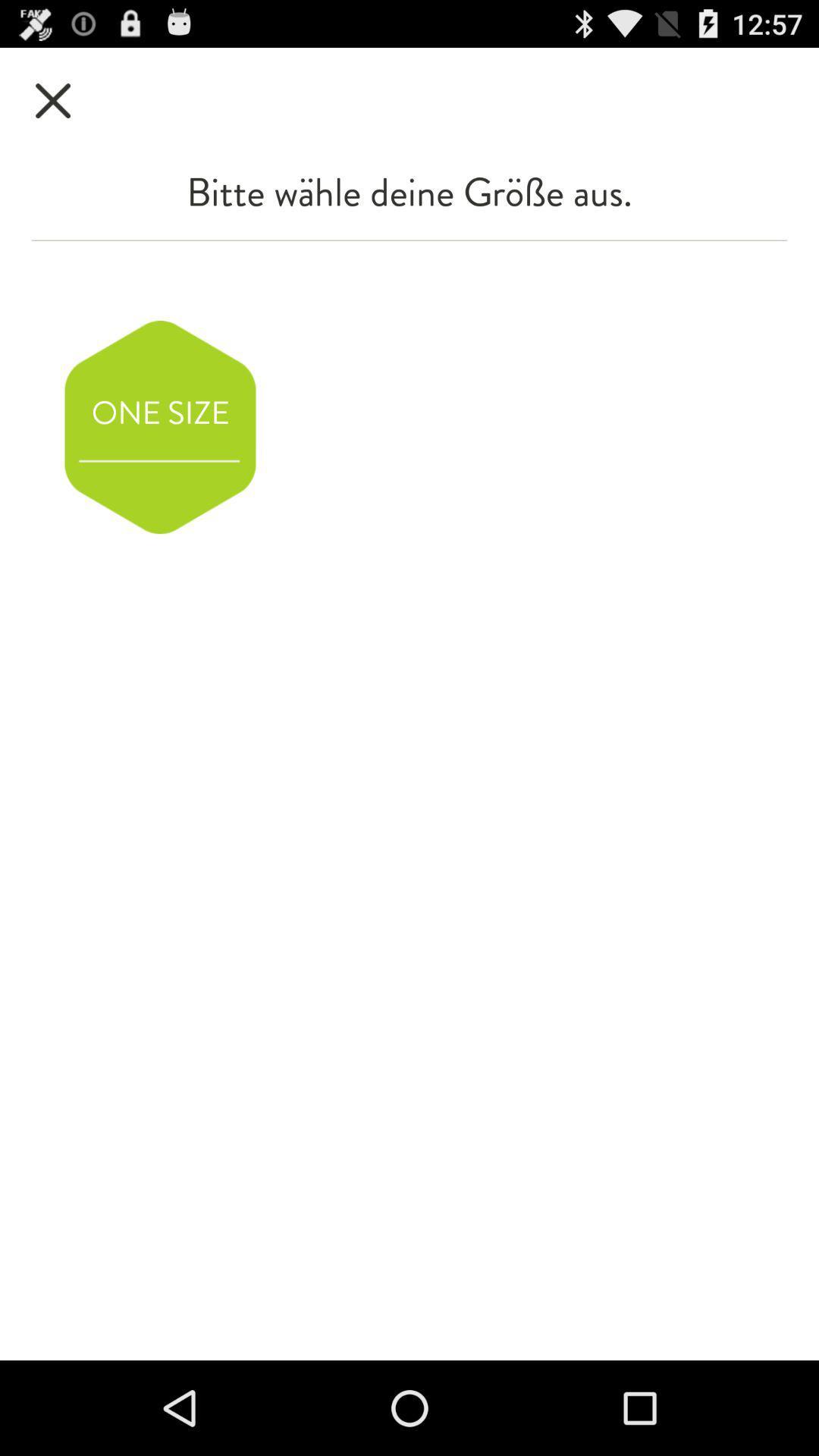  What do you see at coordinates (52, 107) in the screenshot?
I see `the close icon` at bounding box center [52, 107].